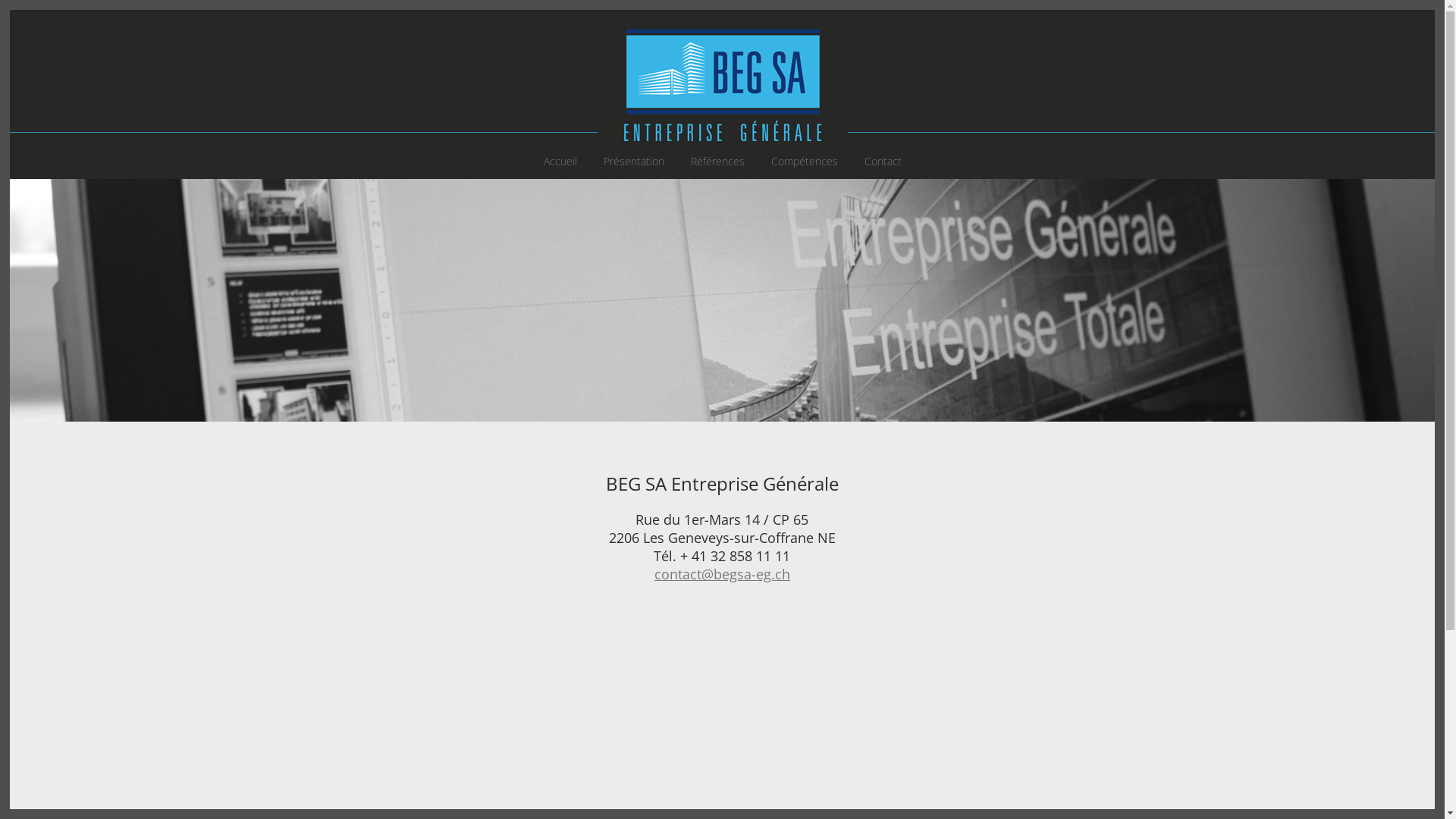  Describe the element at coordinates (883, 161) in the screenshot. I see `'Contact'` at that location.